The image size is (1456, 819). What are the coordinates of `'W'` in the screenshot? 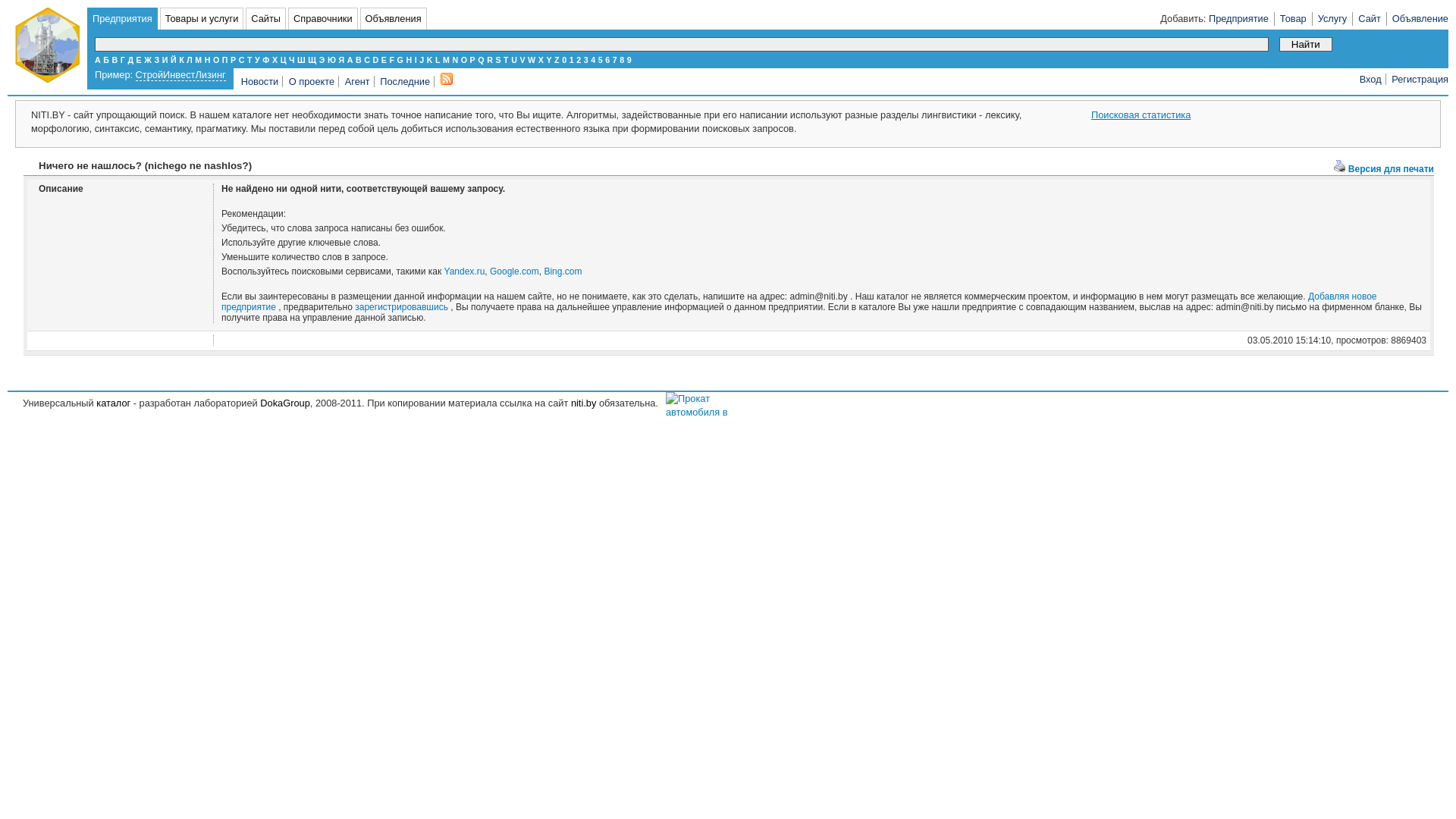 It's located at (531, 58).